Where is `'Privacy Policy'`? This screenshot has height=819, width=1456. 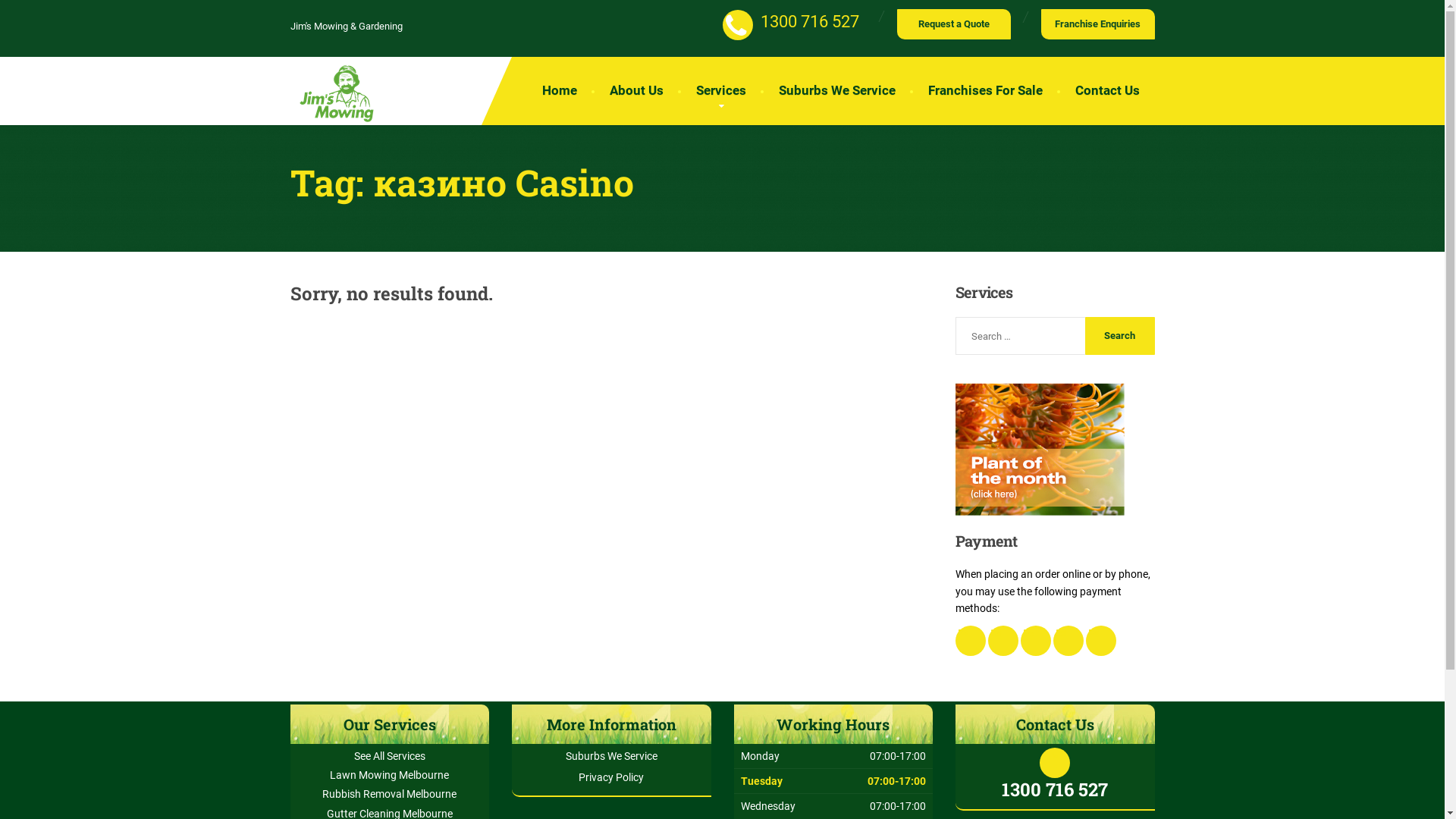
'Privacy Policy' is located at coordinates (611, 777).